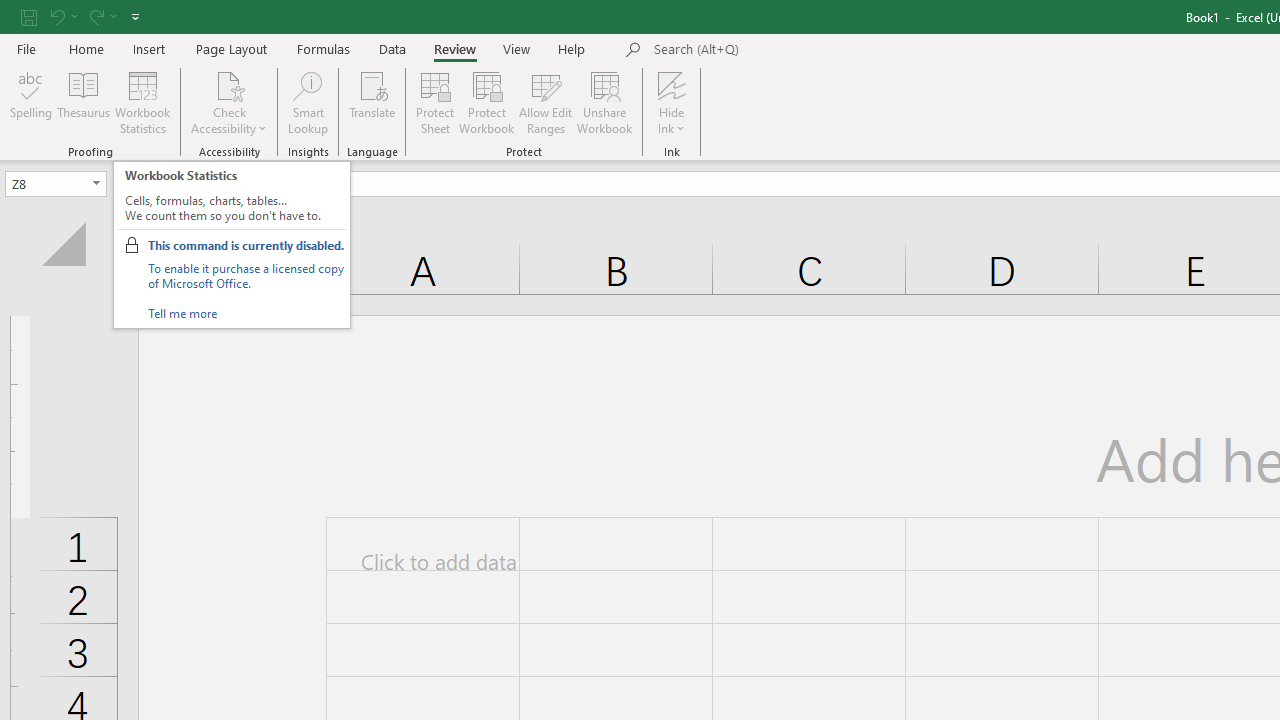 The height and width of the screenshot is (720, 1280). What do you see at coordinates (372, 103) in the screenshot?
I see `'Translate'` at bounding box center [372, 103].